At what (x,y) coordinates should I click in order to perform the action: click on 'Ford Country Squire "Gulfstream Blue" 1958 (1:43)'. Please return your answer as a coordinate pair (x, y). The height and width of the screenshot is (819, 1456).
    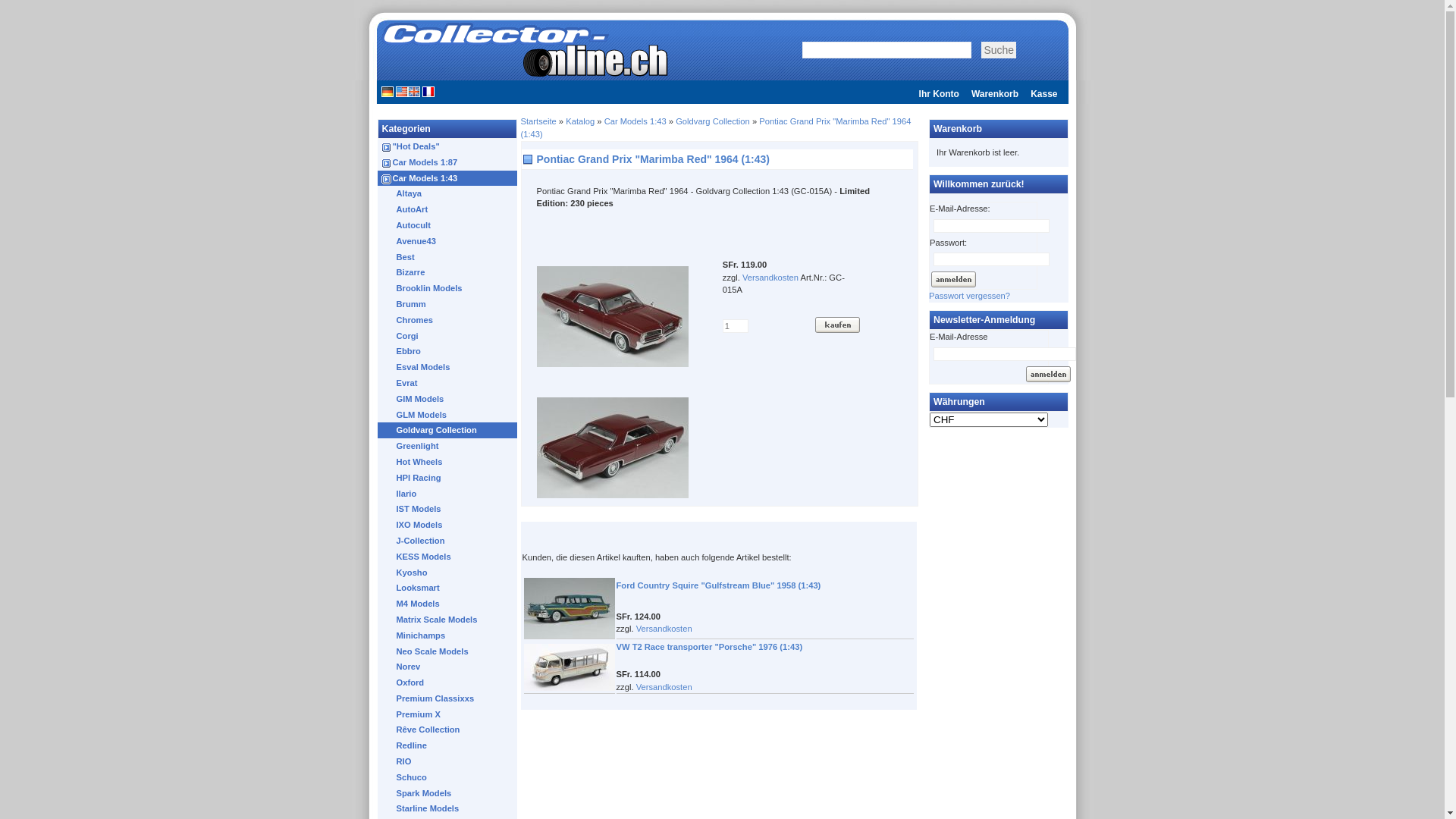
    Looking at the image, I should click on (717, 584).